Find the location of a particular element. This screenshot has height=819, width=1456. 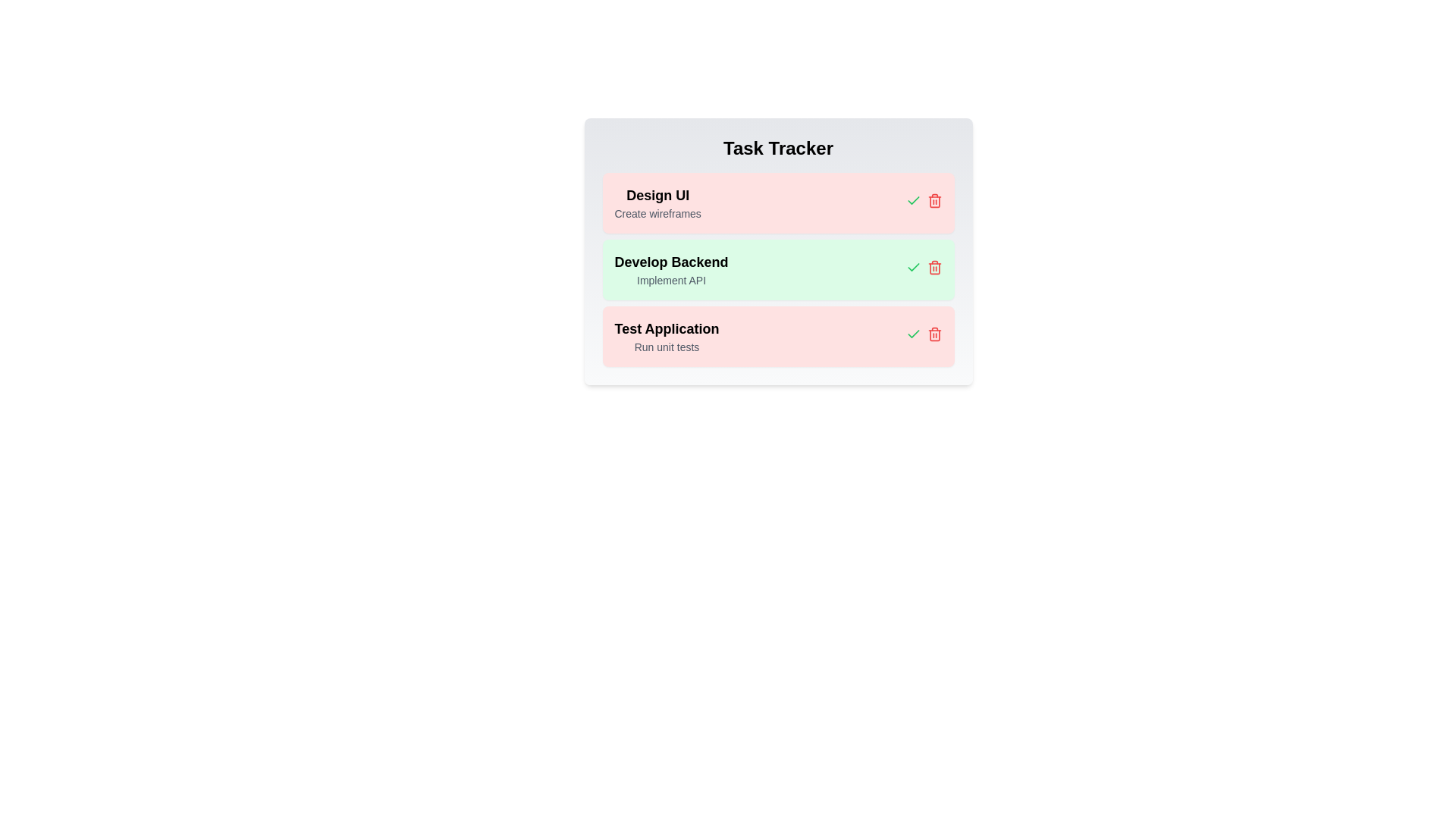

the task identified by its name Develop Backend is located at coordinates (934, 266).